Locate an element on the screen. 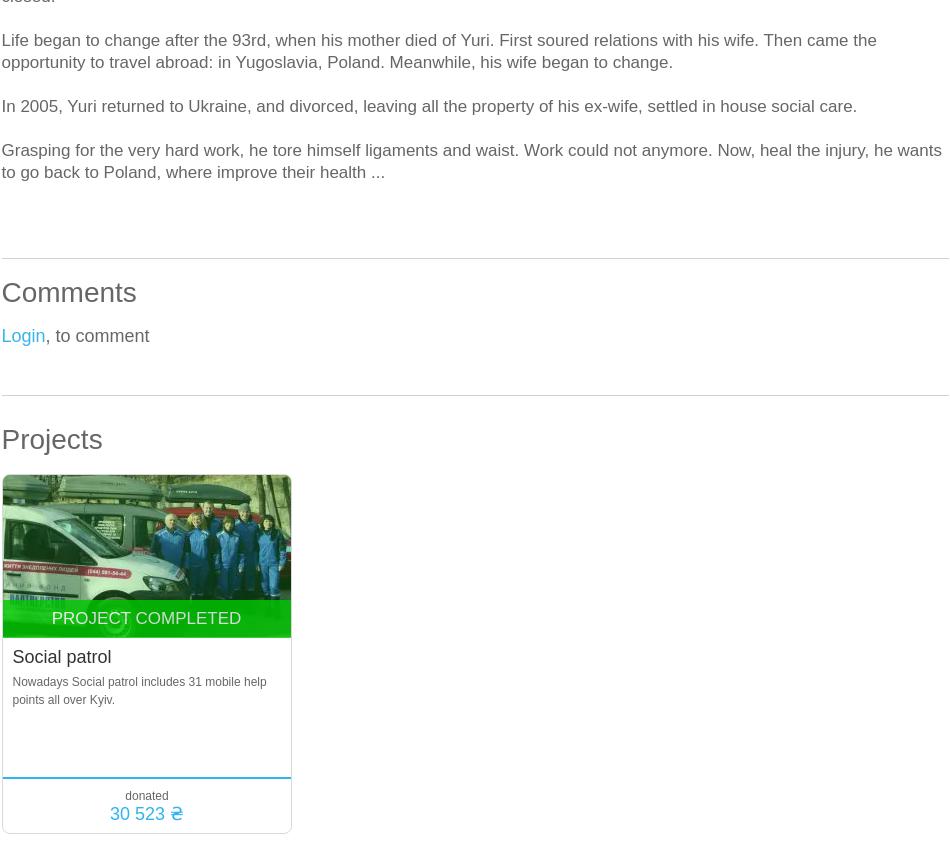 The image size is (950, 849). 'Life began to change after the 93rd, when his mother died of Yuri. First soured relations with his wife. Then came the opportunity to travel abroad: in Yugoslavia, Poland. Meanwhile, his wife began to change.' is located at coordinates (437, 51).